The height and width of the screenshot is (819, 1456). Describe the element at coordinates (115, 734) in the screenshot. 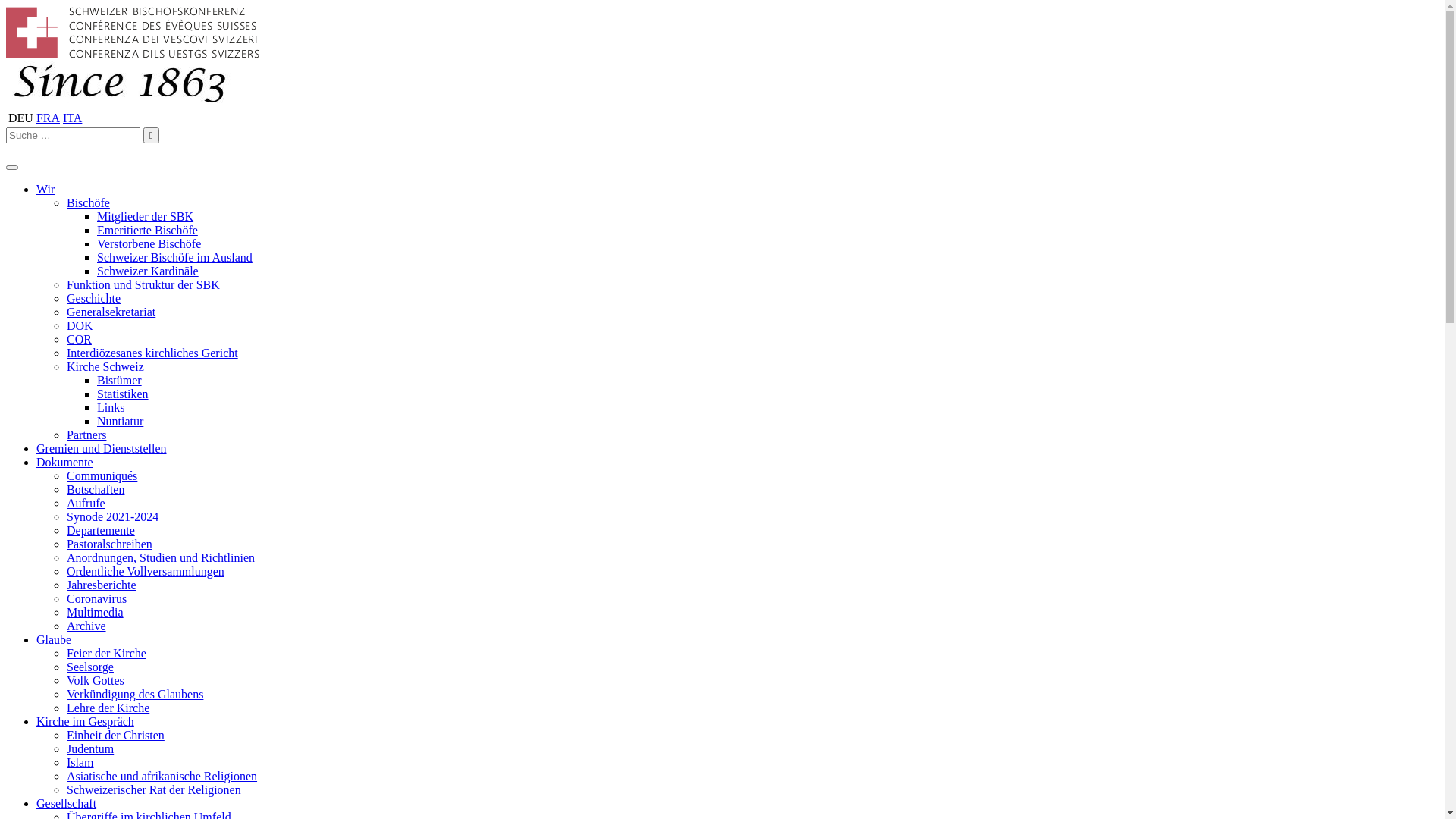

I see `'Einheit der Christen'` at that location.